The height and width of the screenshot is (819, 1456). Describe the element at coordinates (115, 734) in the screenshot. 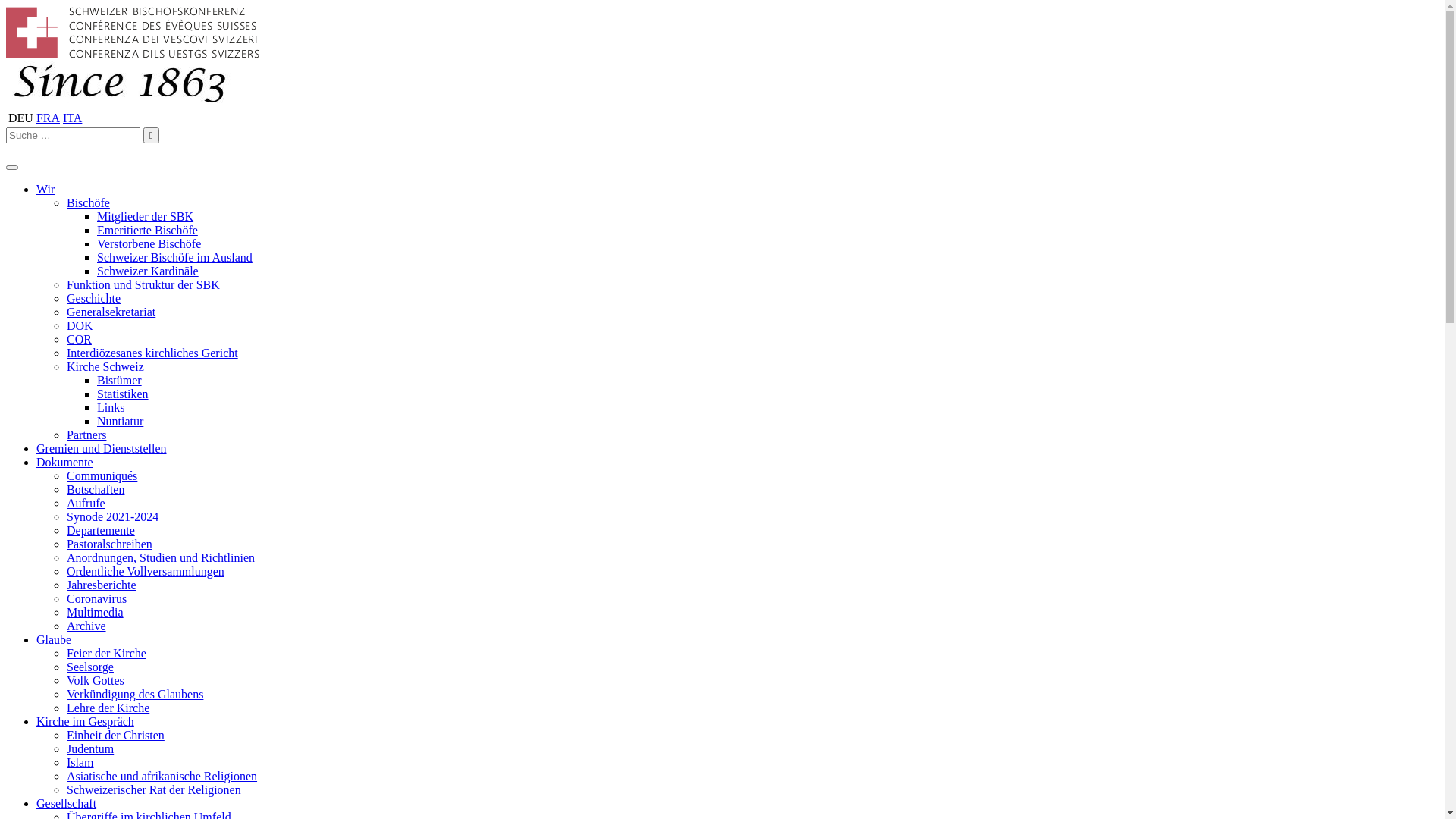

I see `'Einheit der Christen'` at that location.